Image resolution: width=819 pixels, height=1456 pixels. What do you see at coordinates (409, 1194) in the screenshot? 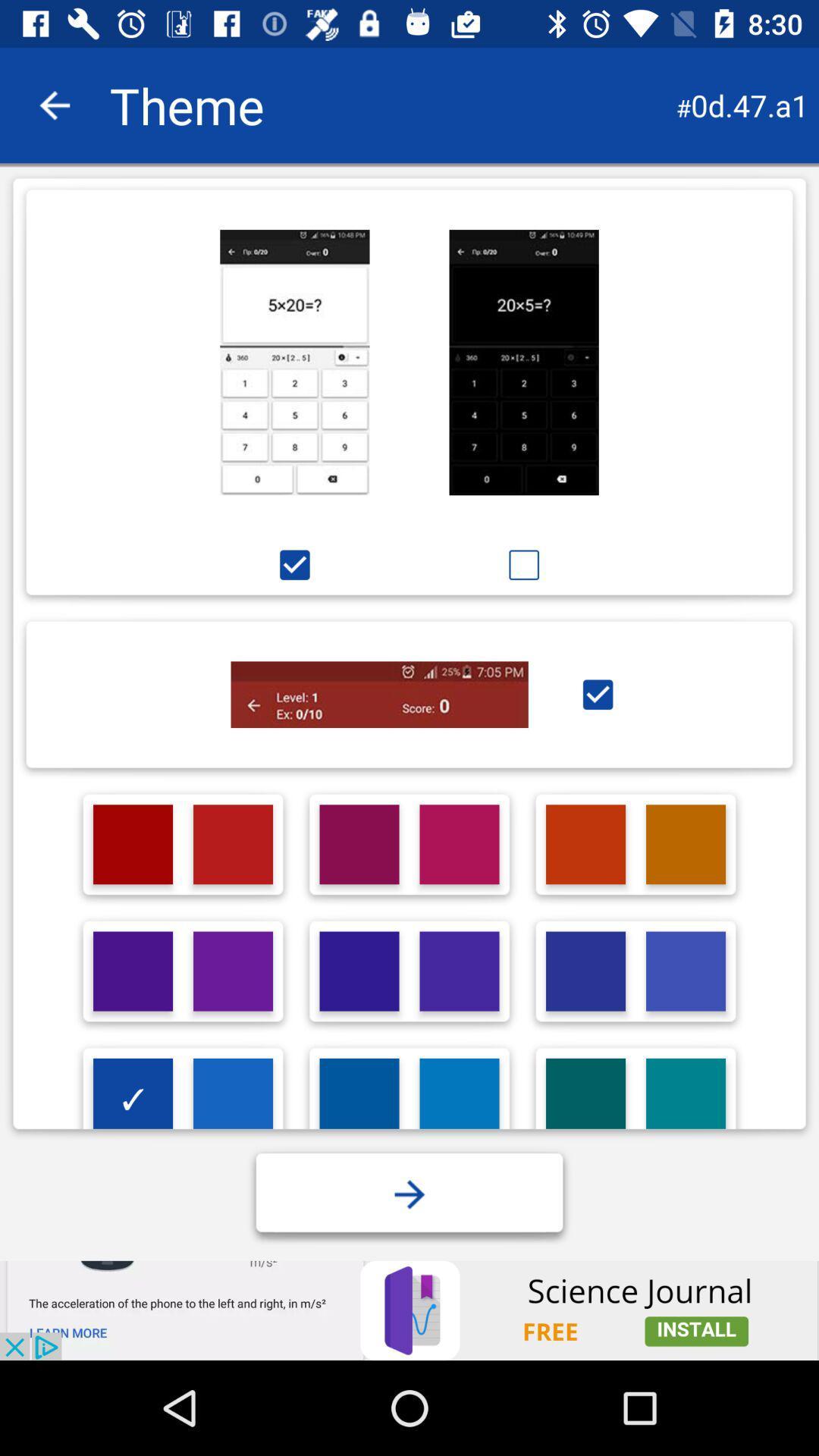
I see `the bottom blue button` at bounding box center [409, 1194].